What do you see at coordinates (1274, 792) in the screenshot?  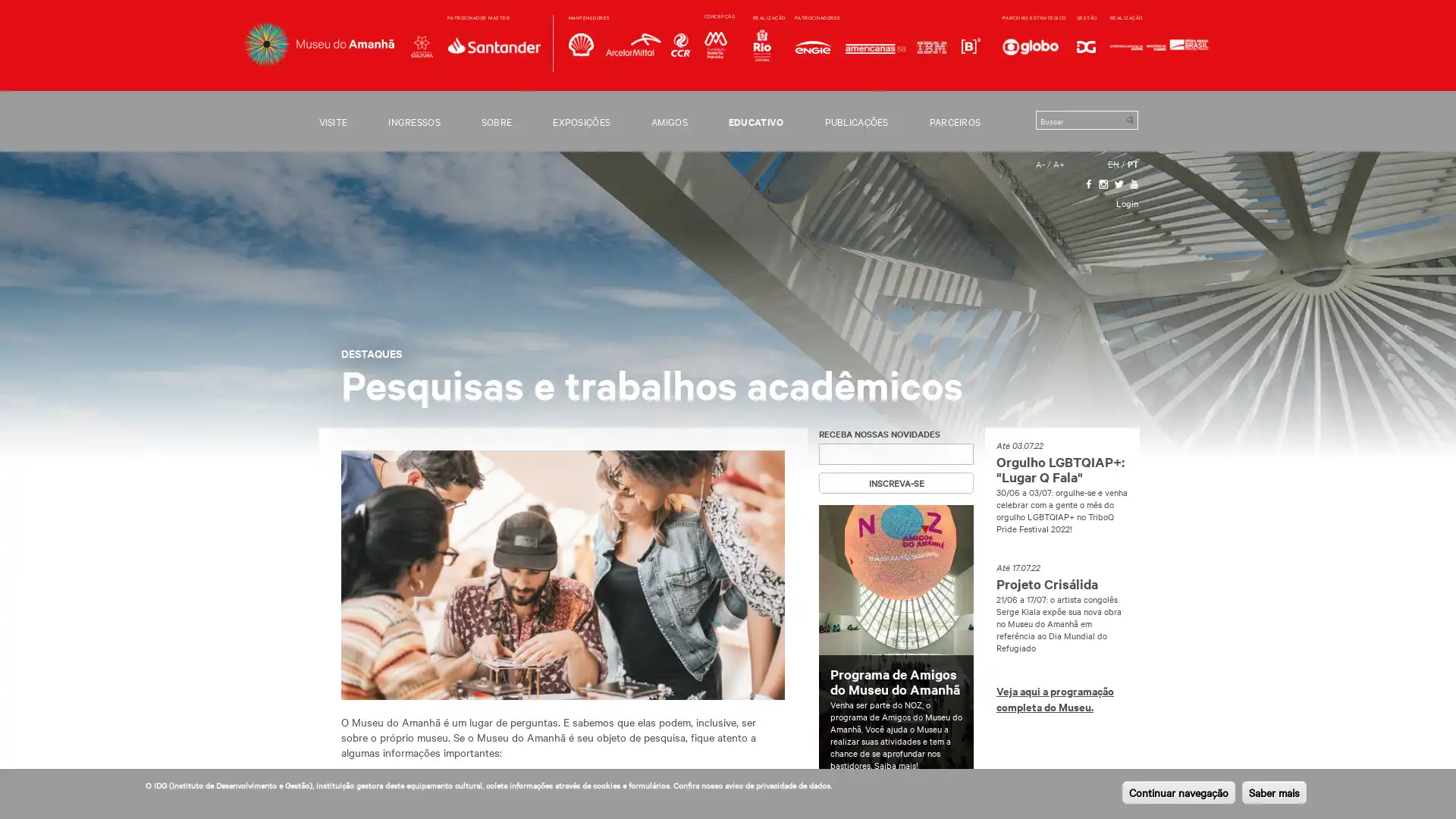 I see `Saber mais` at bounding box center [1274, 792].